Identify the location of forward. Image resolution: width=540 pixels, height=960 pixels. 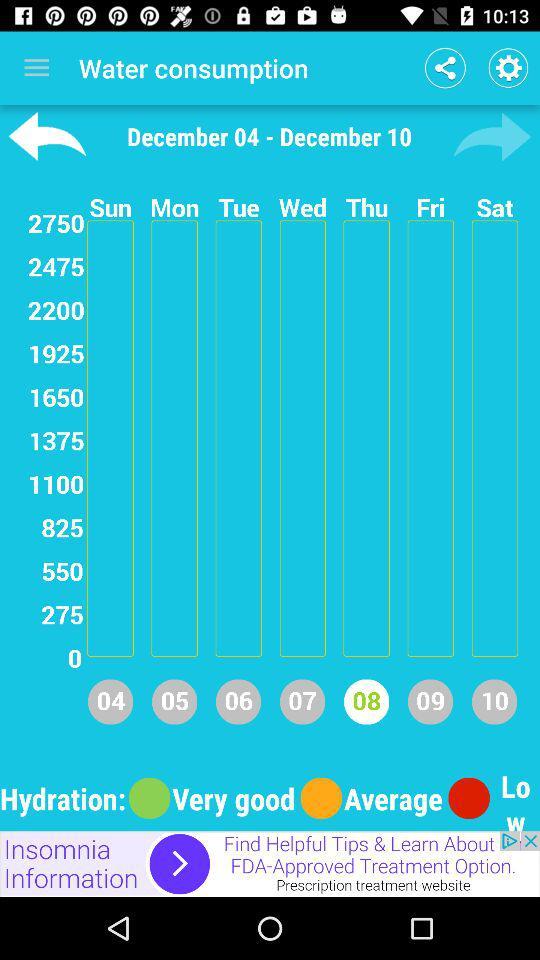
(491, 135).